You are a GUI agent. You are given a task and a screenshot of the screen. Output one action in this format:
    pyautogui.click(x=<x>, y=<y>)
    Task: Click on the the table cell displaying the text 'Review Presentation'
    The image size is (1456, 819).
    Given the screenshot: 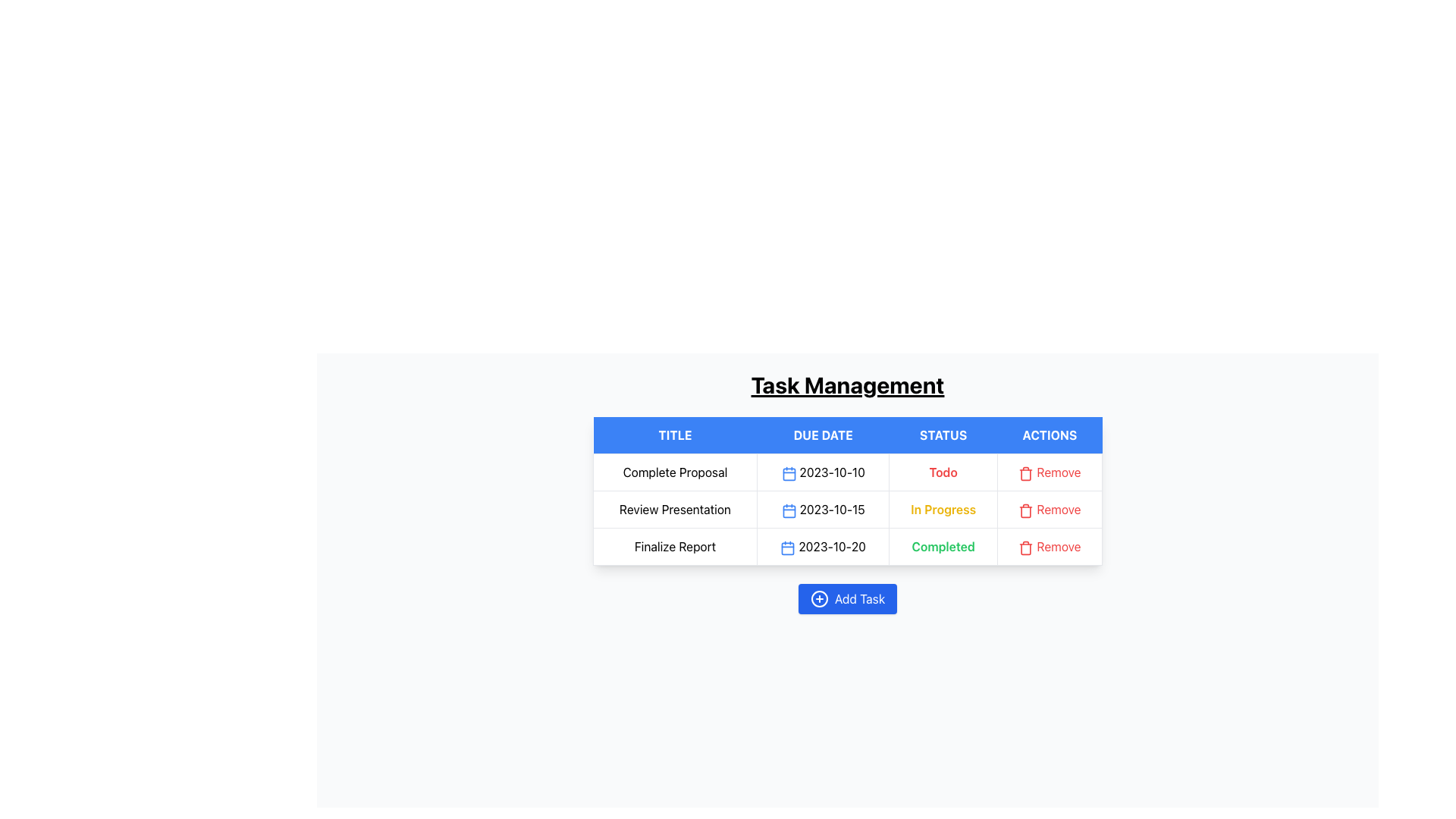 What is the action you would take?
    pyautogui.click(x=674, y=509)
    